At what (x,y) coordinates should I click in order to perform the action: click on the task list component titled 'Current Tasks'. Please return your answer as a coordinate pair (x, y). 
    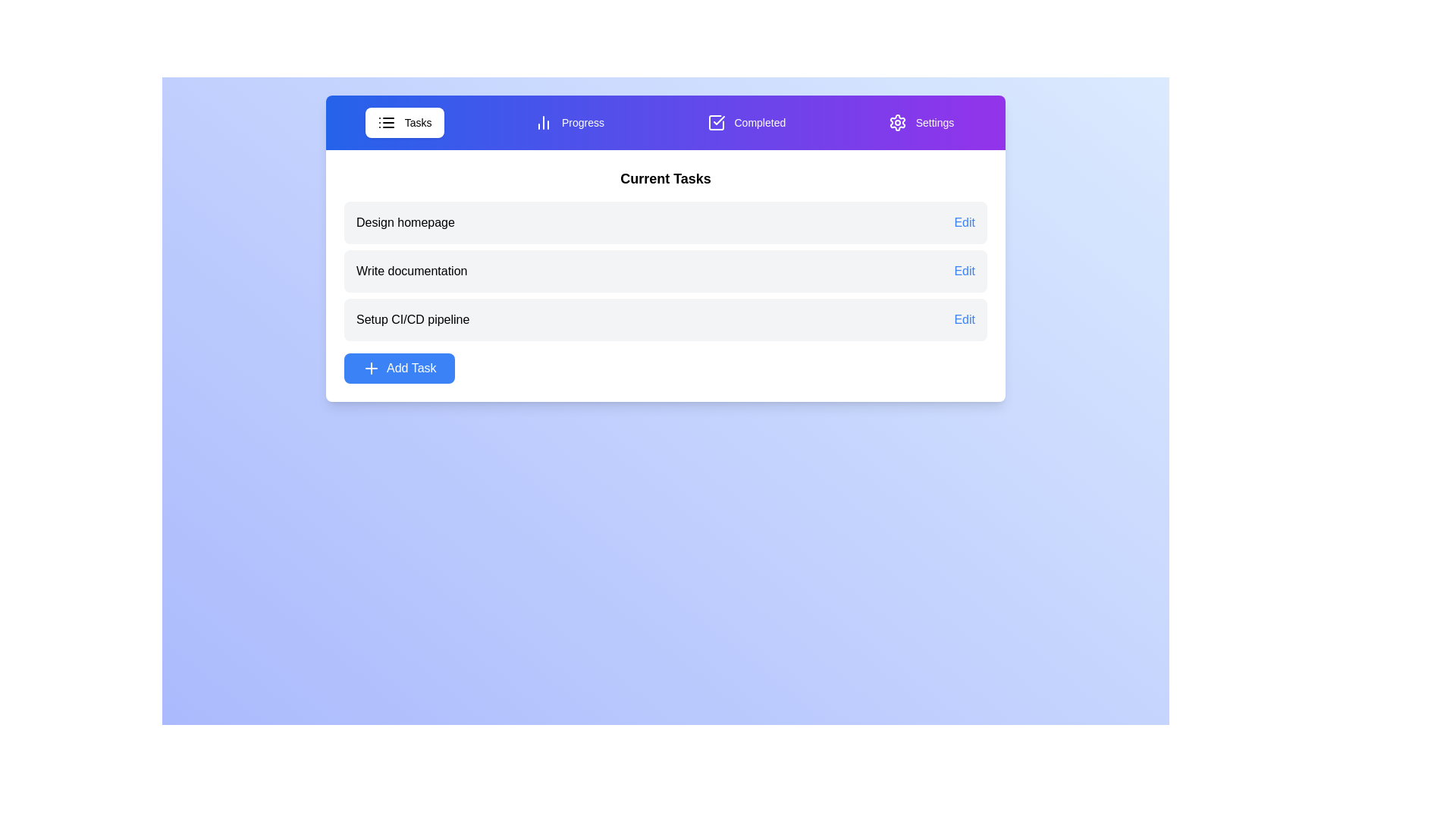
    Looking at the image, I should click on (666, 275).